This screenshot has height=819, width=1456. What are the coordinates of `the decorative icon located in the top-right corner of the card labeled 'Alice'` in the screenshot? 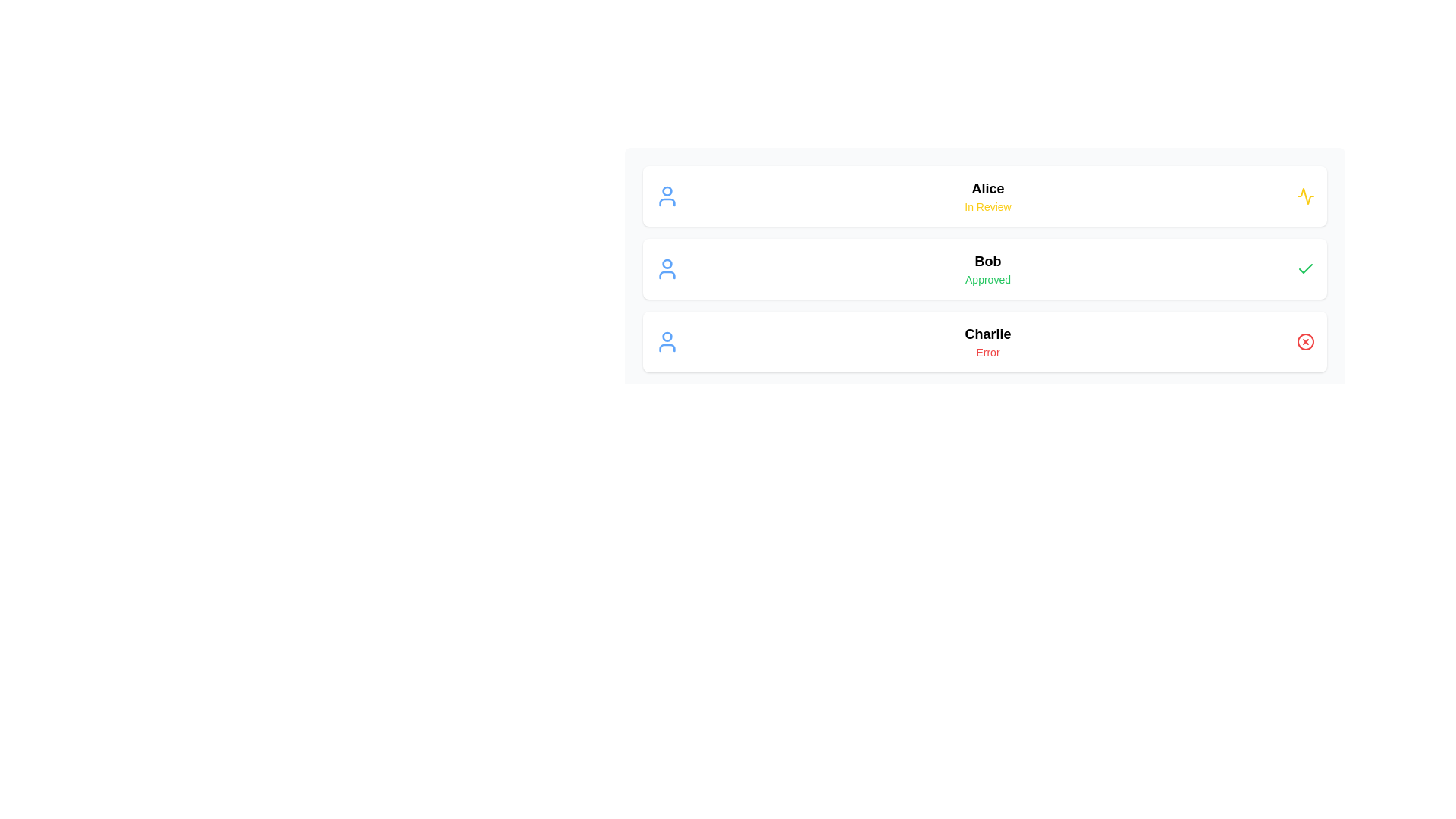 It's located at (1305, 195).